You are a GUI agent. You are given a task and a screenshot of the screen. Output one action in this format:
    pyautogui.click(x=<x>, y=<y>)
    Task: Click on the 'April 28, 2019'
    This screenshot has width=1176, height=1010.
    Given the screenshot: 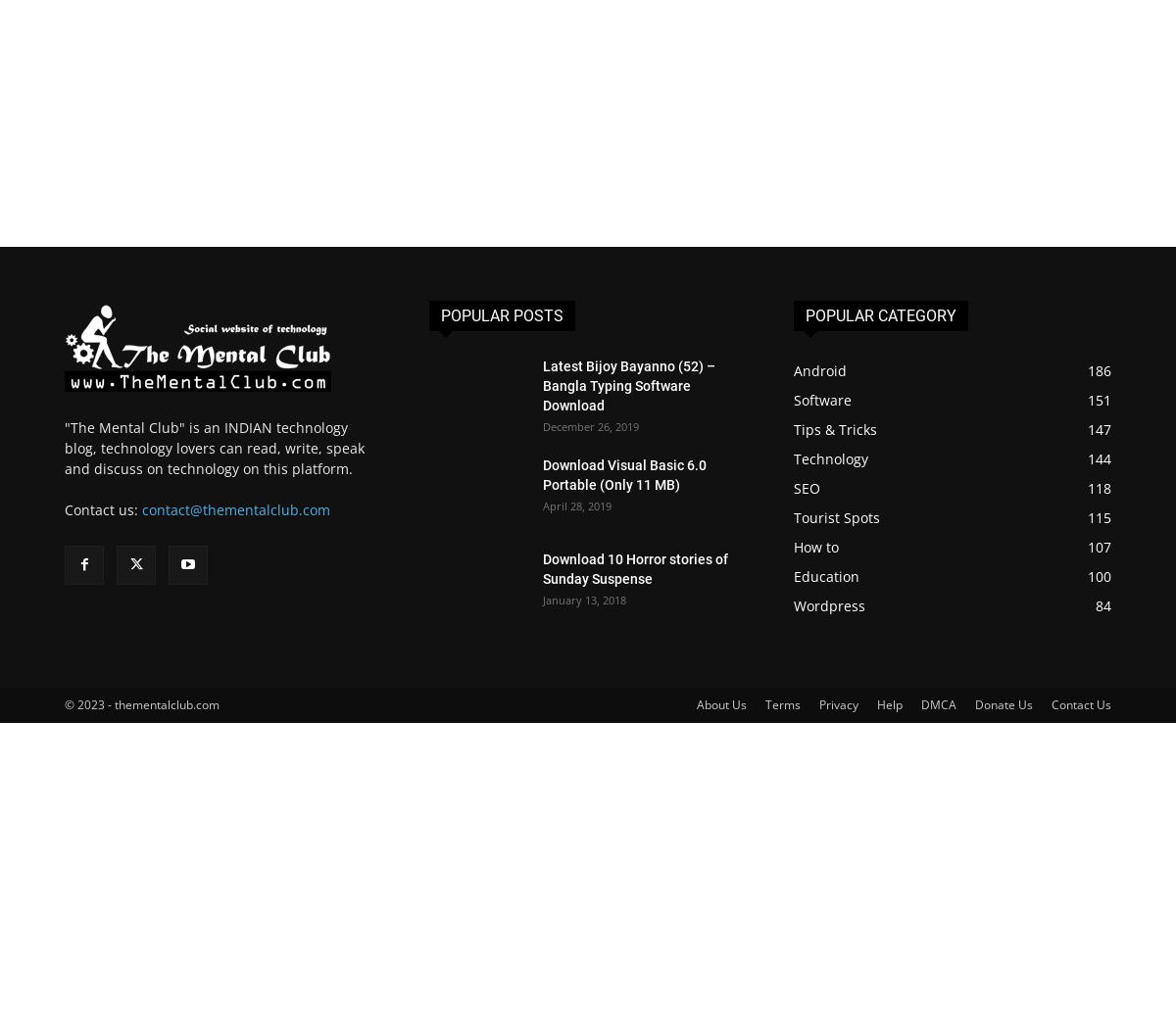 What is the action you would take?
    pyautogui.click(x=575, y=505)
    